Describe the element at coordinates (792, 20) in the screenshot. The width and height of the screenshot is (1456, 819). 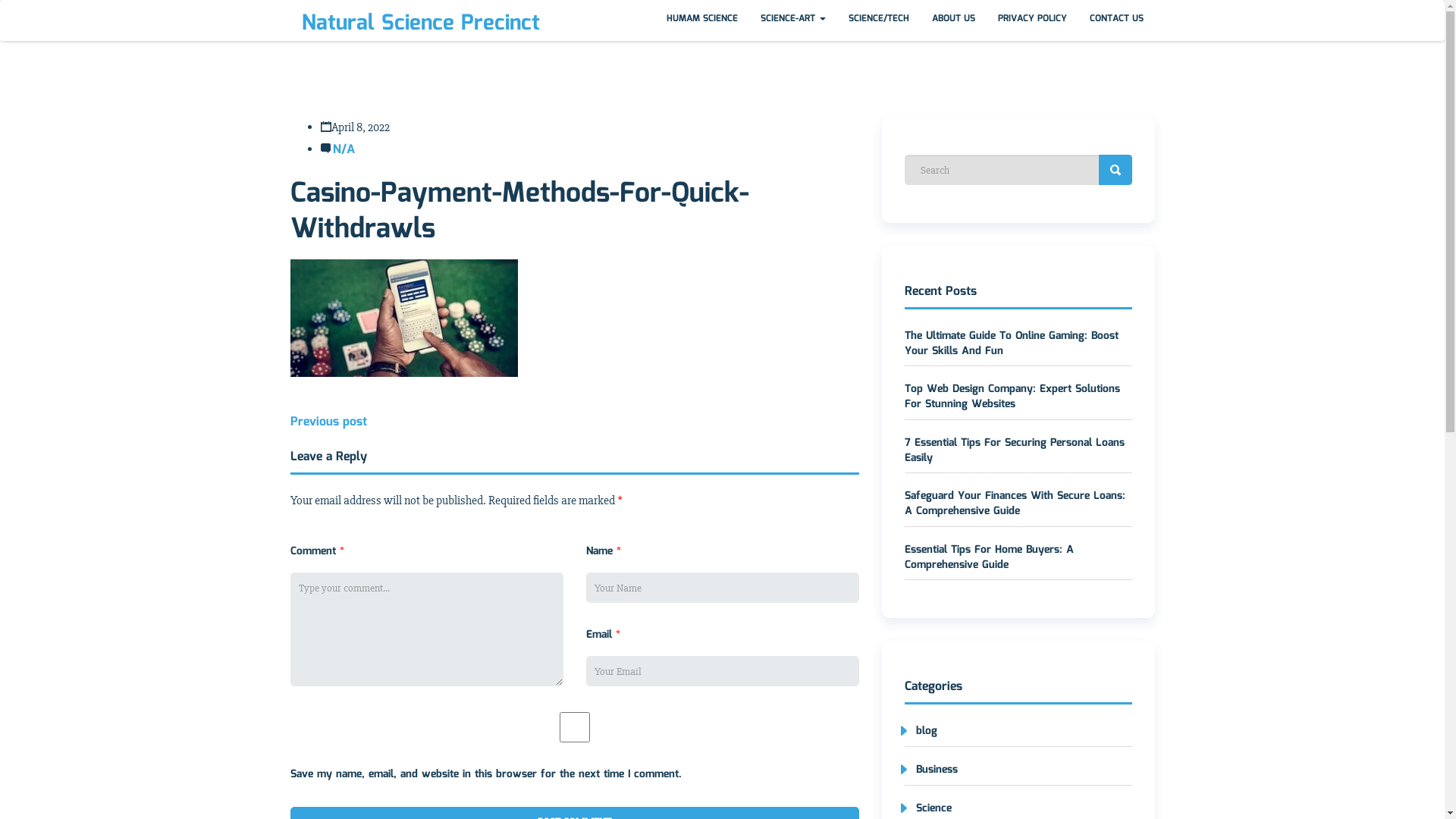
I see `'SCIENCE-ART'` at that location.